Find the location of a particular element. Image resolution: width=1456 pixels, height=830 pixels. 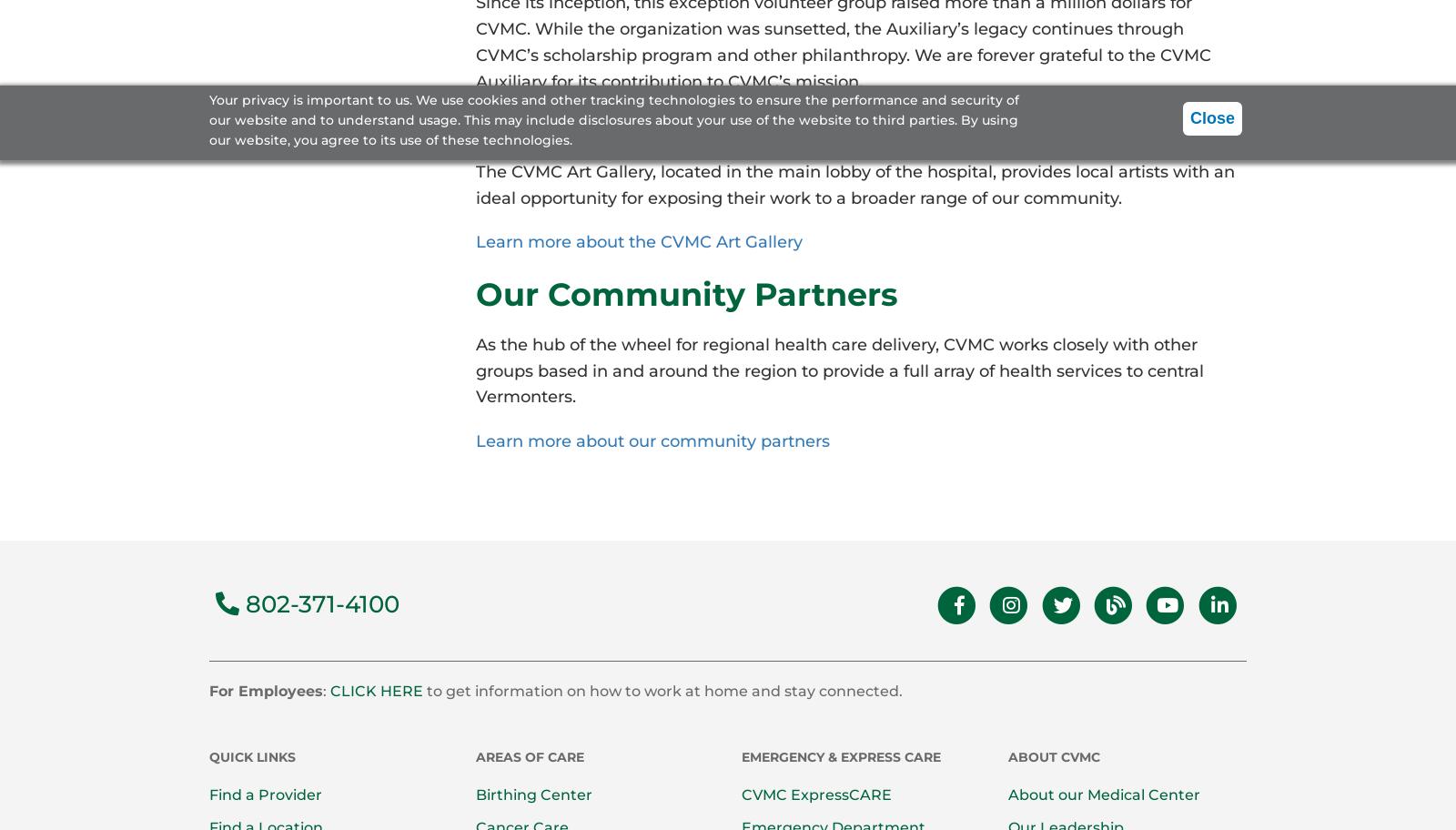

'to get information on how to work at home and stay connected.' is located at coordinates (662, 690).